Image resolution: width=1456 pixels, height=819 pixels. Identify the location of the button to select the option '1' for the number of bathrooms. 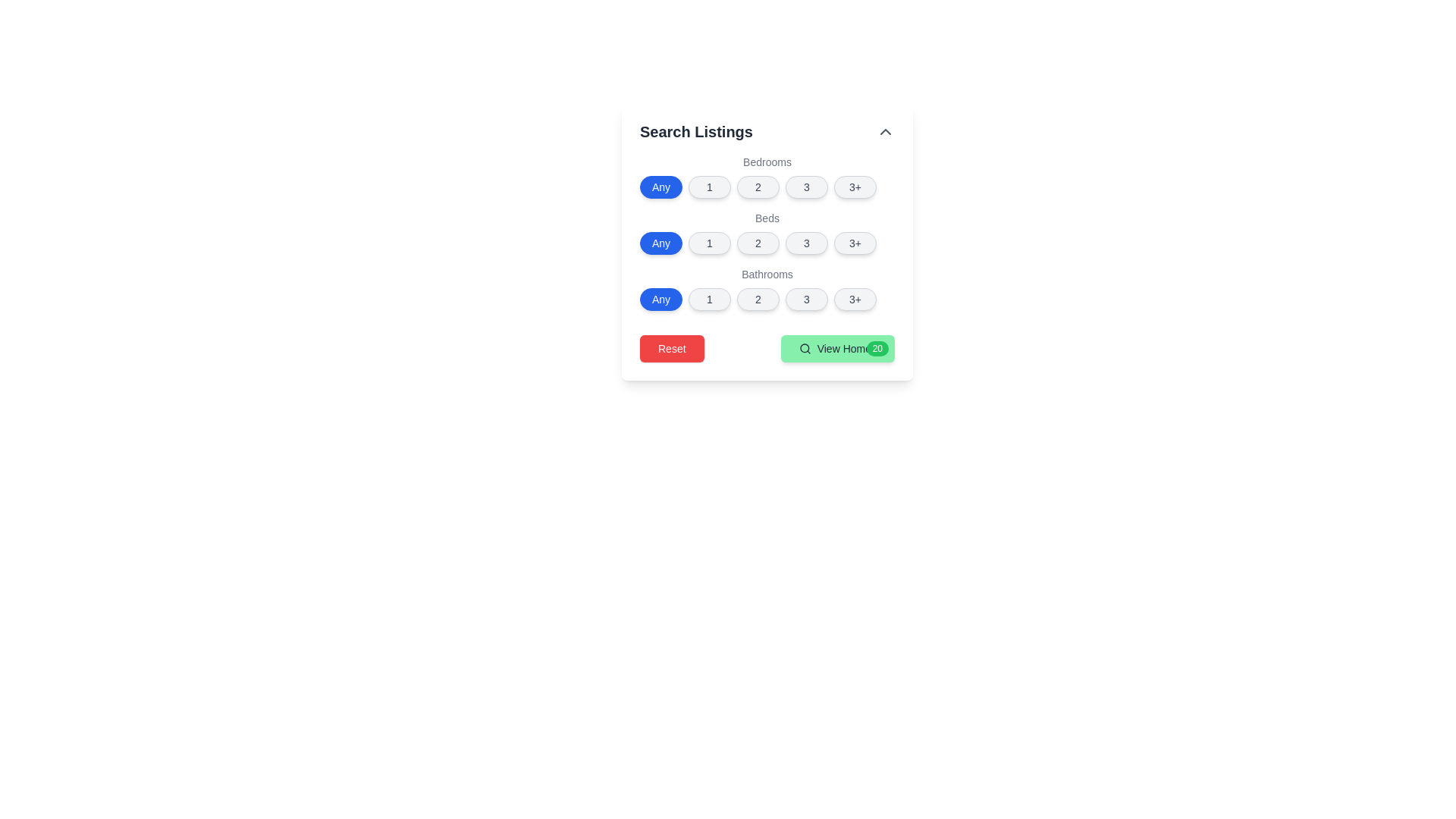
(709, 299).